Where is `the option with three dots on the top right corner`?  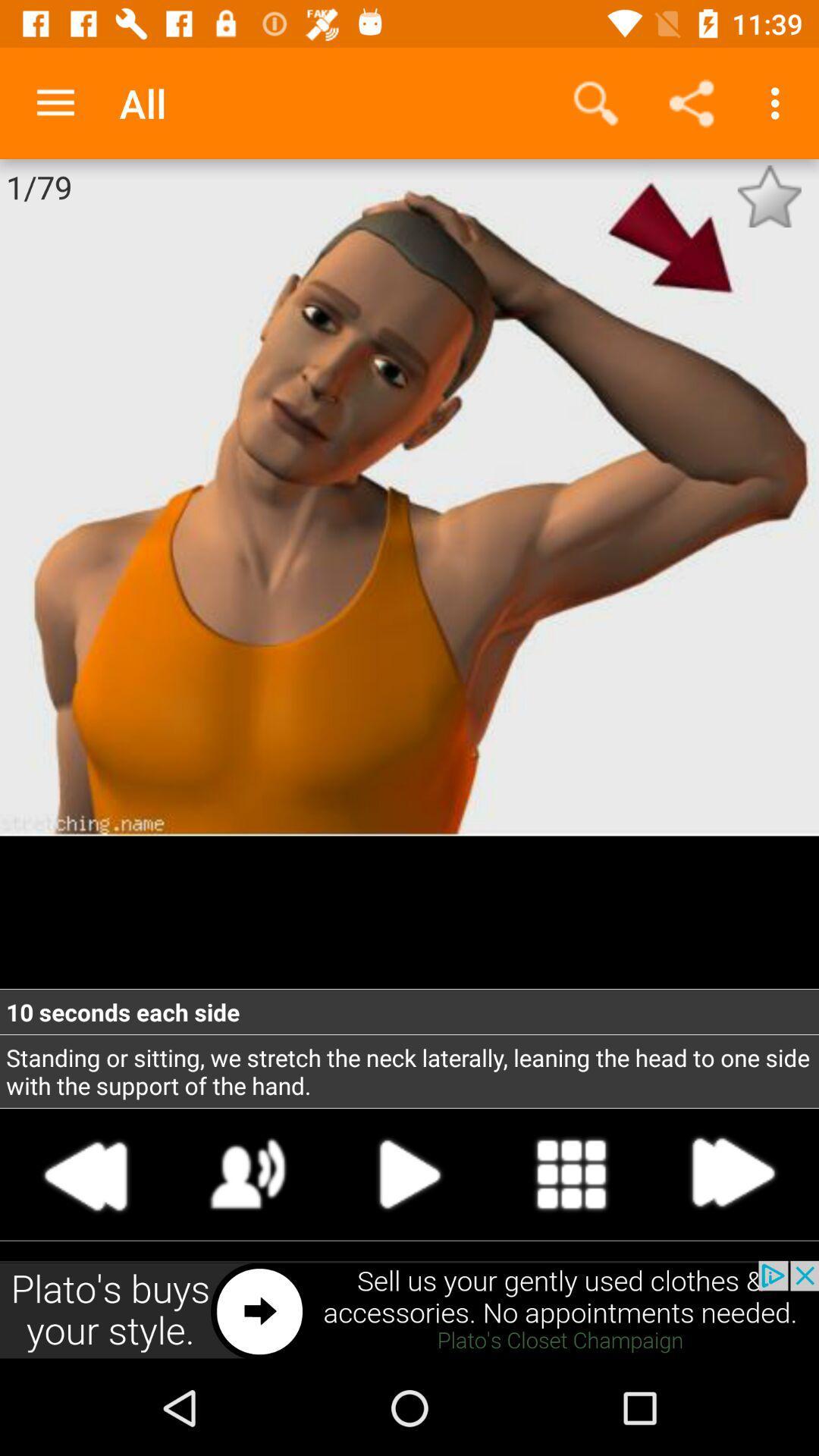
the option with three dots on the top right corner is located at coordinates (779, 103).